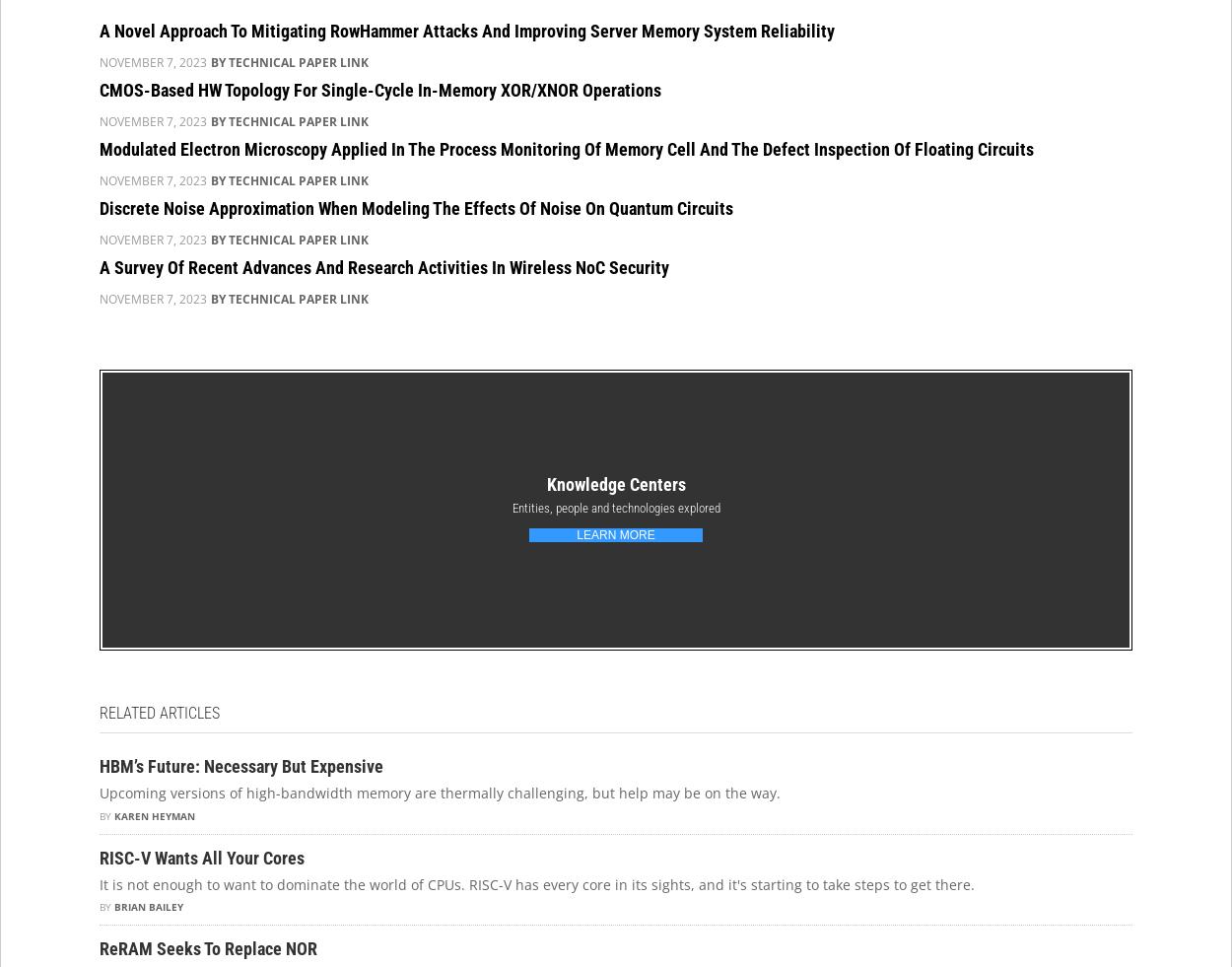  I want to click on 'Modulated Electron Microscopy Applied In The Process Monitoring Of Memory Cell And The Defect Inspection Of Floating Circuits', so click(566, 147).